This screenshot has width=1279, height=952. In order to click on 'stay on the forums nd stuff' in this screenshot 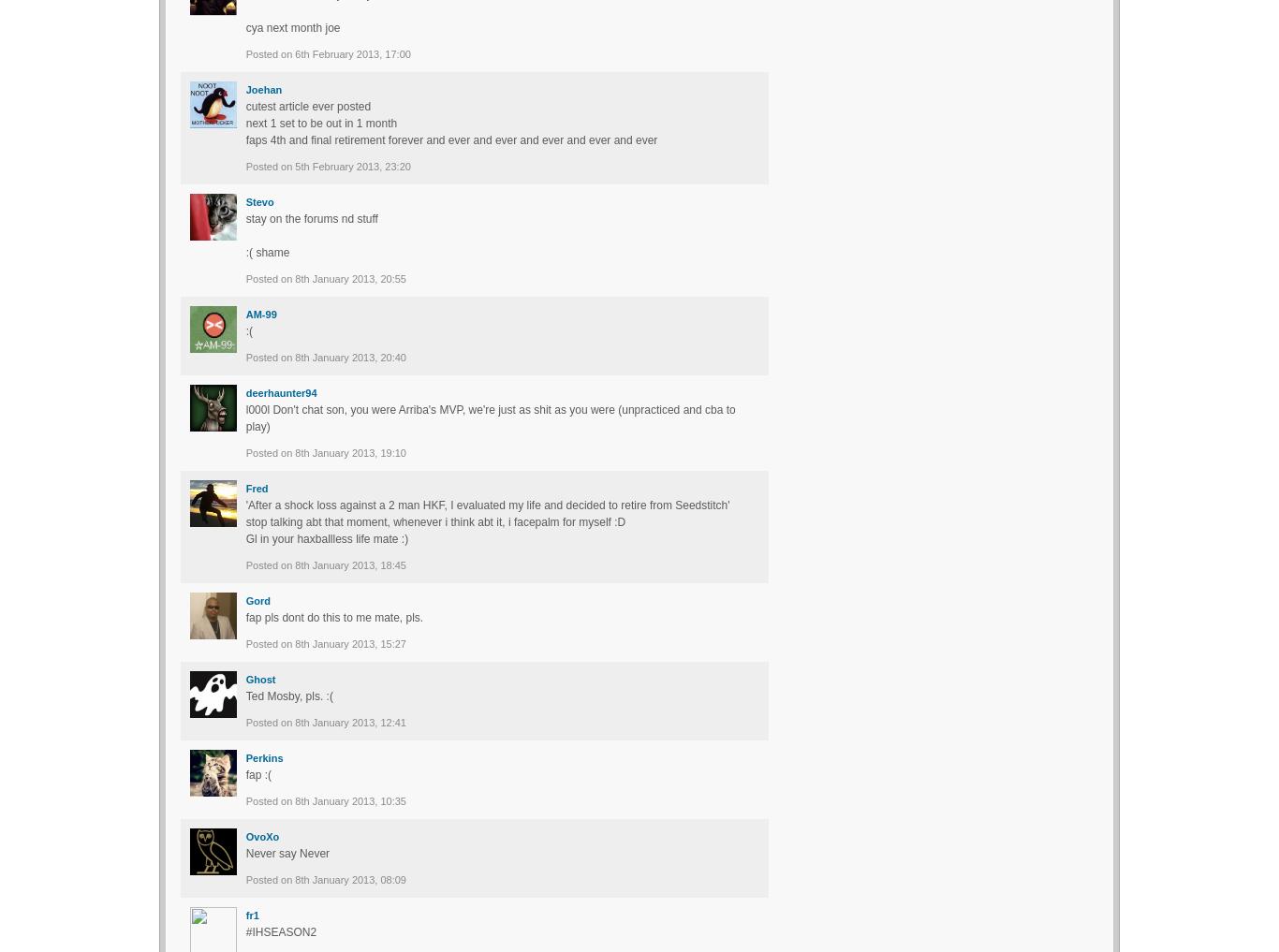, I will do `click(311, 218)`.